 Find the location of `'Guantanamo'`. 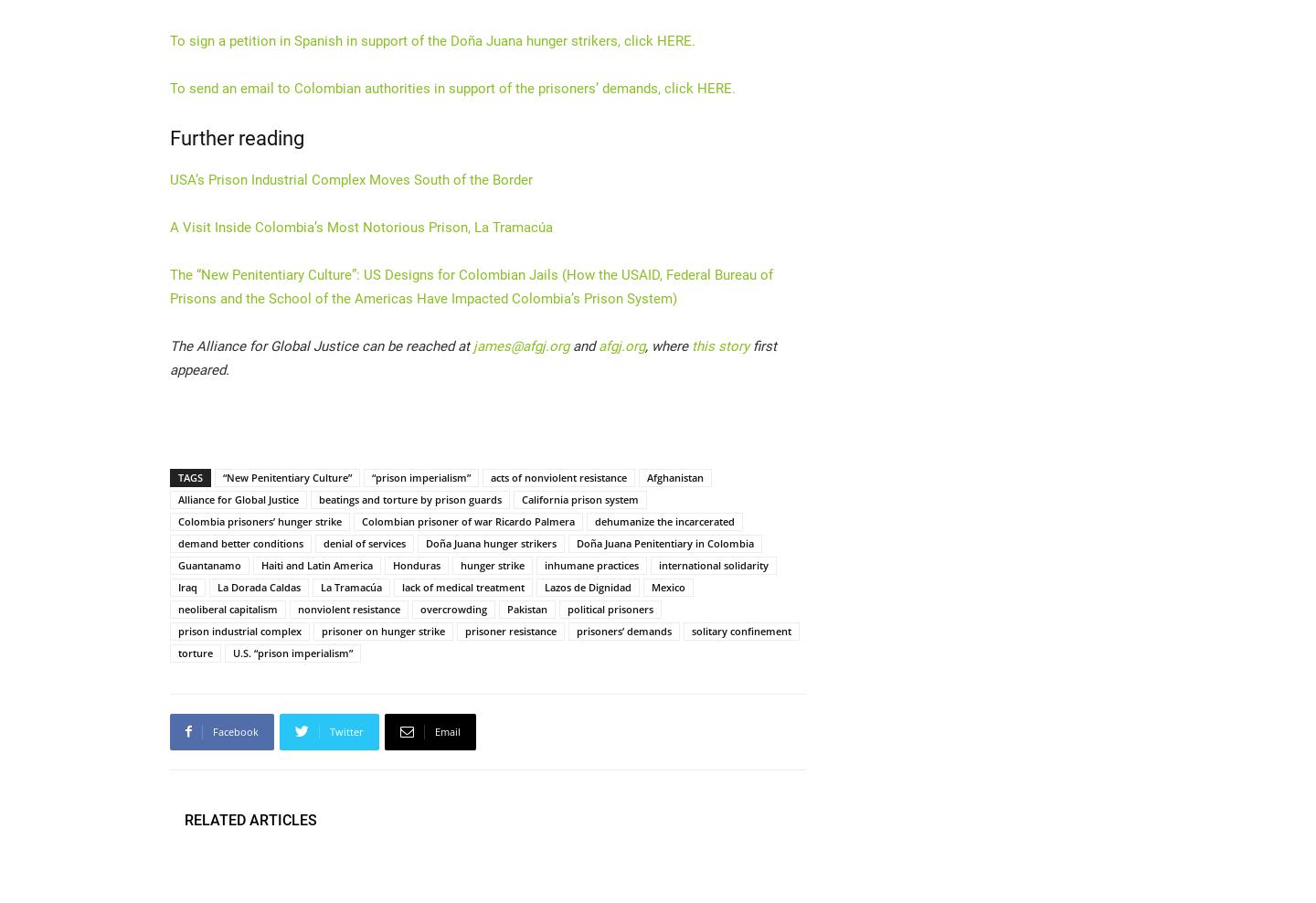

'Guantanamo' is located at coordinates (209, 564).